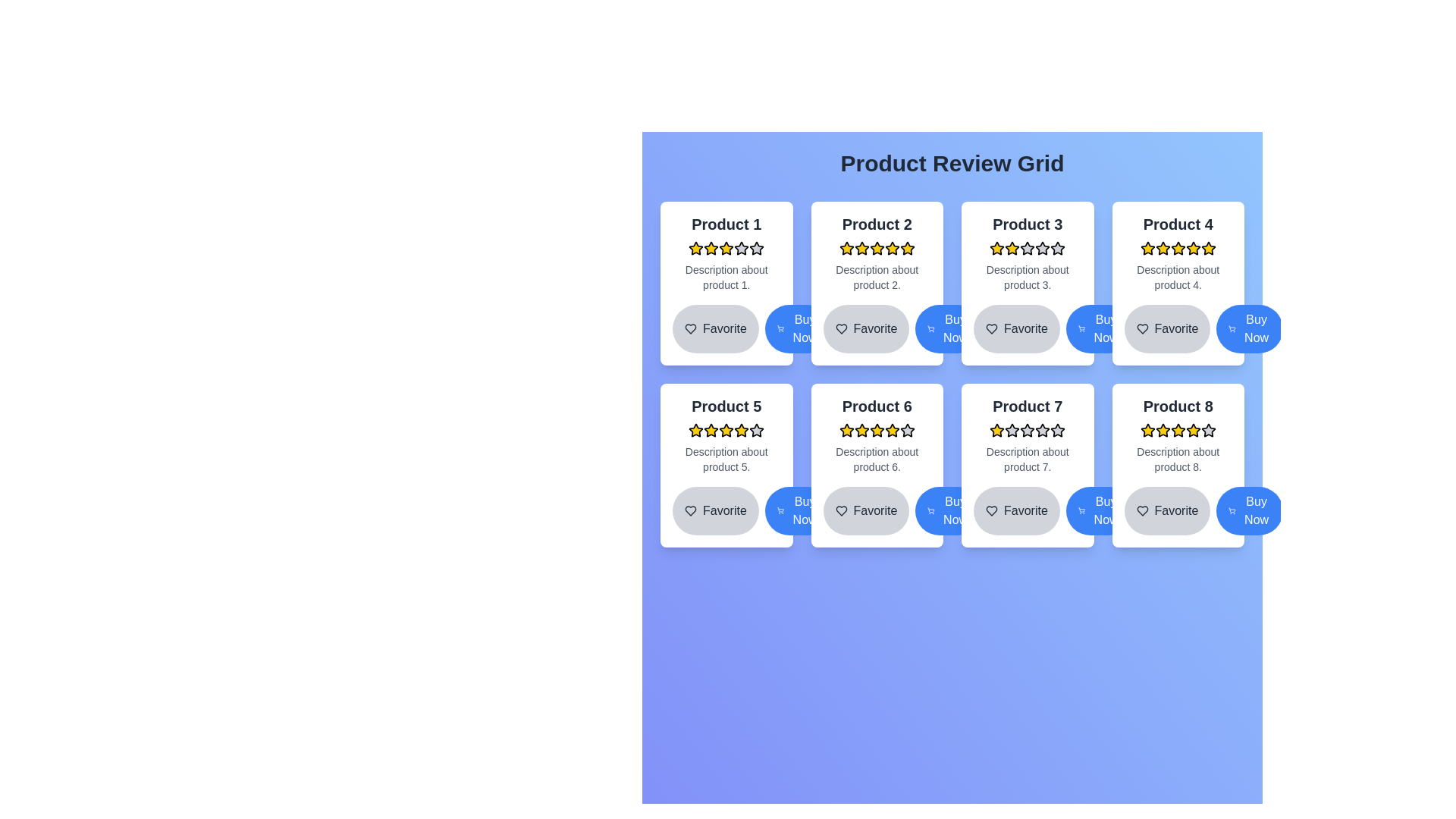 Image resolution: width=1456 pixels, height=819 pixels. What do you see at coordinates (1250, 511) in the screenshot?
I see `the purchase button located at the bottom right corner of the Product 8 card` at bounding box center [1250, 511].